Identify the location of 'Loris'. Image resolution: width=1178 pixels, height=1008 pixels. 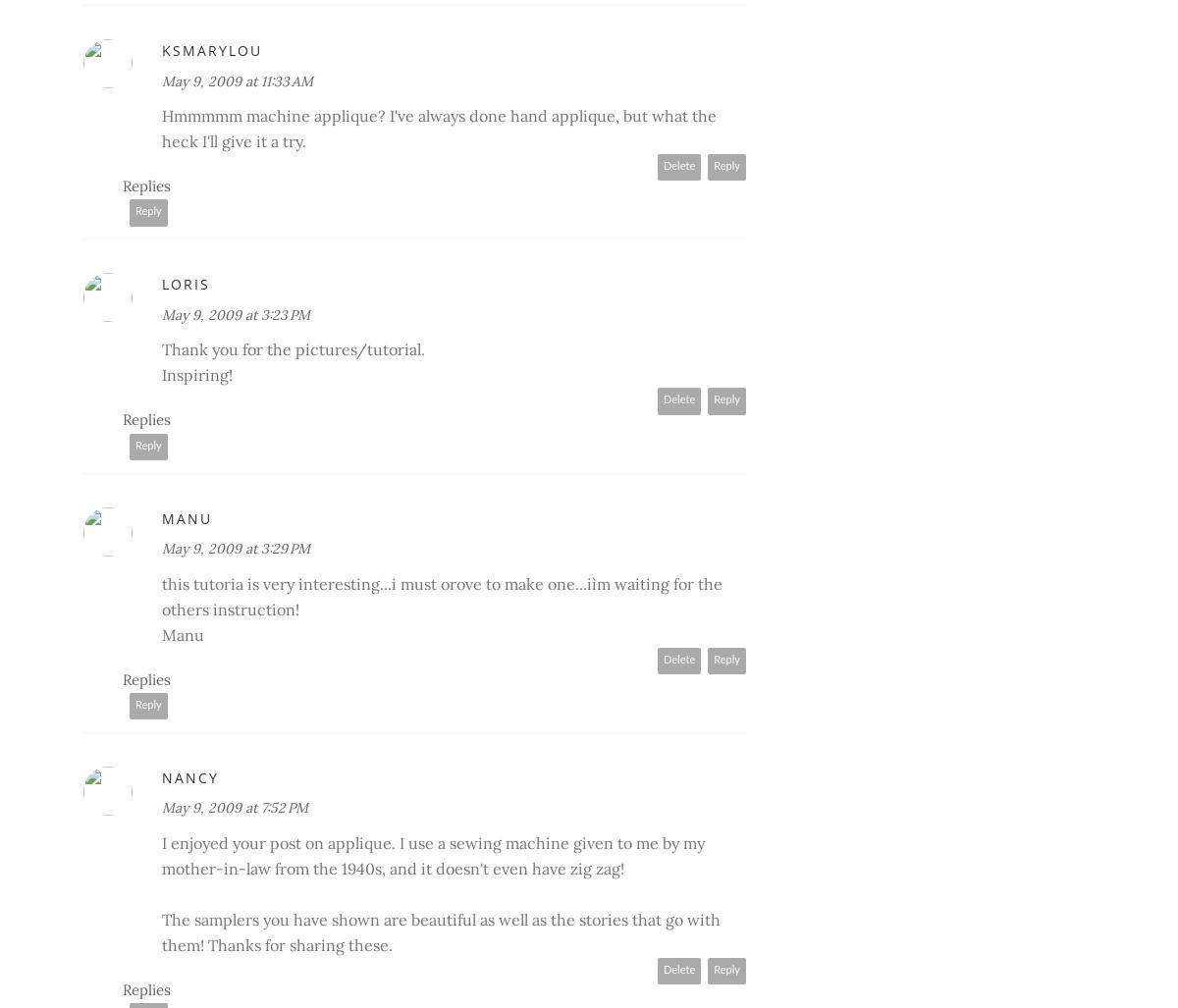
(161, 283).